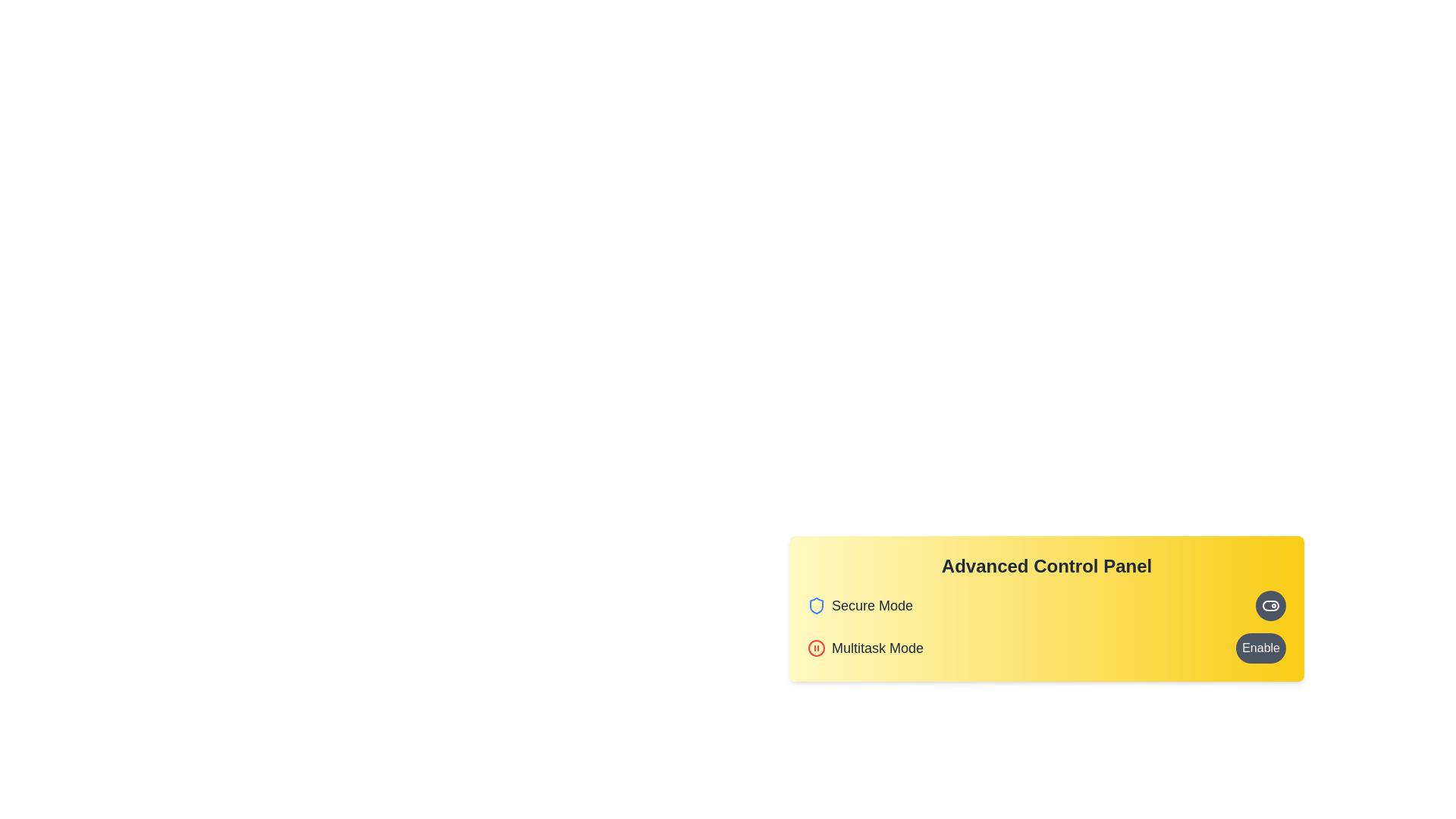 The image size is (1456, 819). Describe the element at coordinates (815, 604) in the screenshot. I see `the shield-shaped icon with a blue outline located next to the text 'Secure Mode'` at that location.